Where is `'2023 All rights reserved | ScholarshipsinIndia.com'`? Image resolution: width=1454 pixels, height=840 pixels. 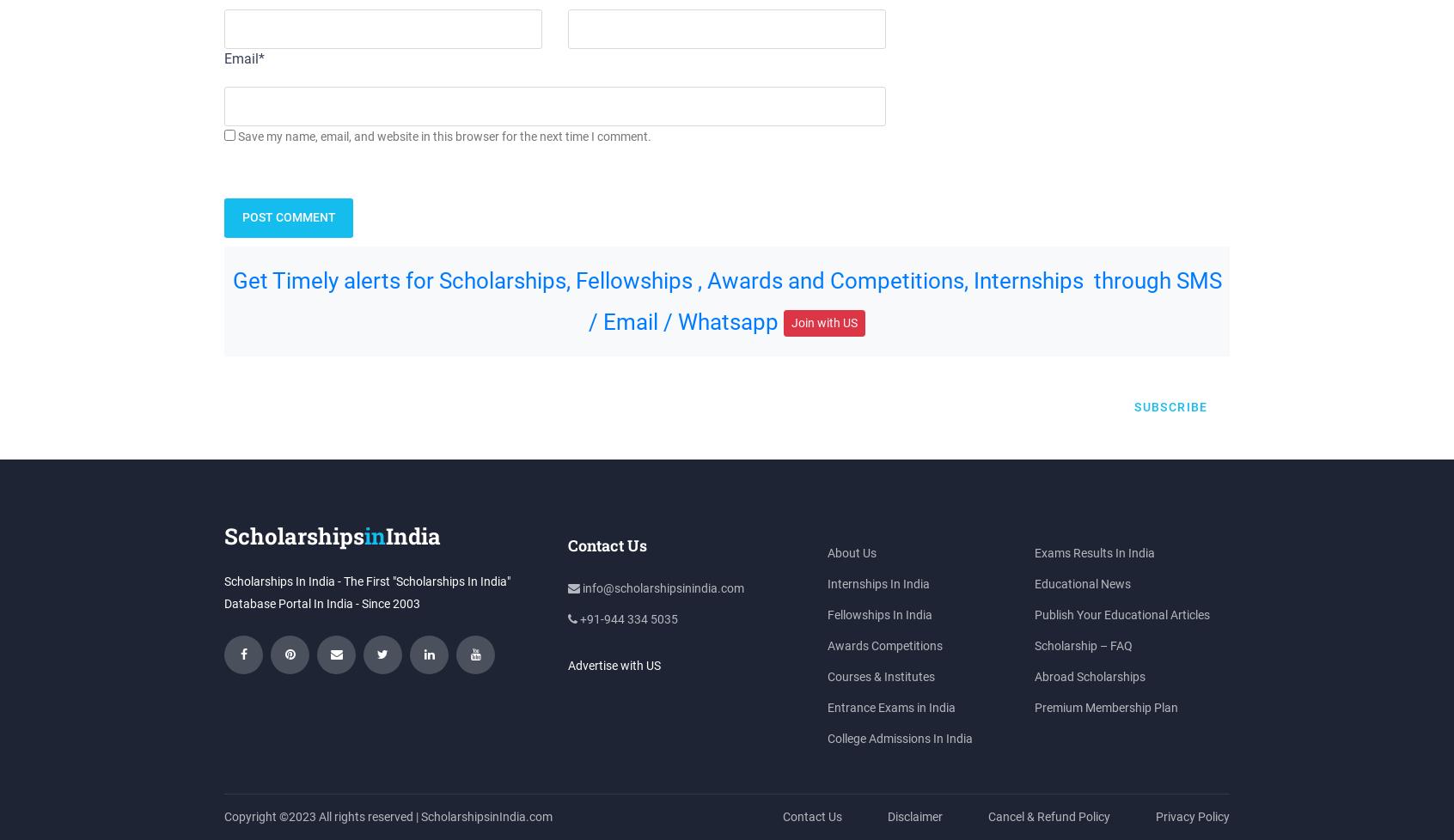 '2023 All rights reserved | ScholarshipsinIndia.com' is located at coordinates (288, 815).